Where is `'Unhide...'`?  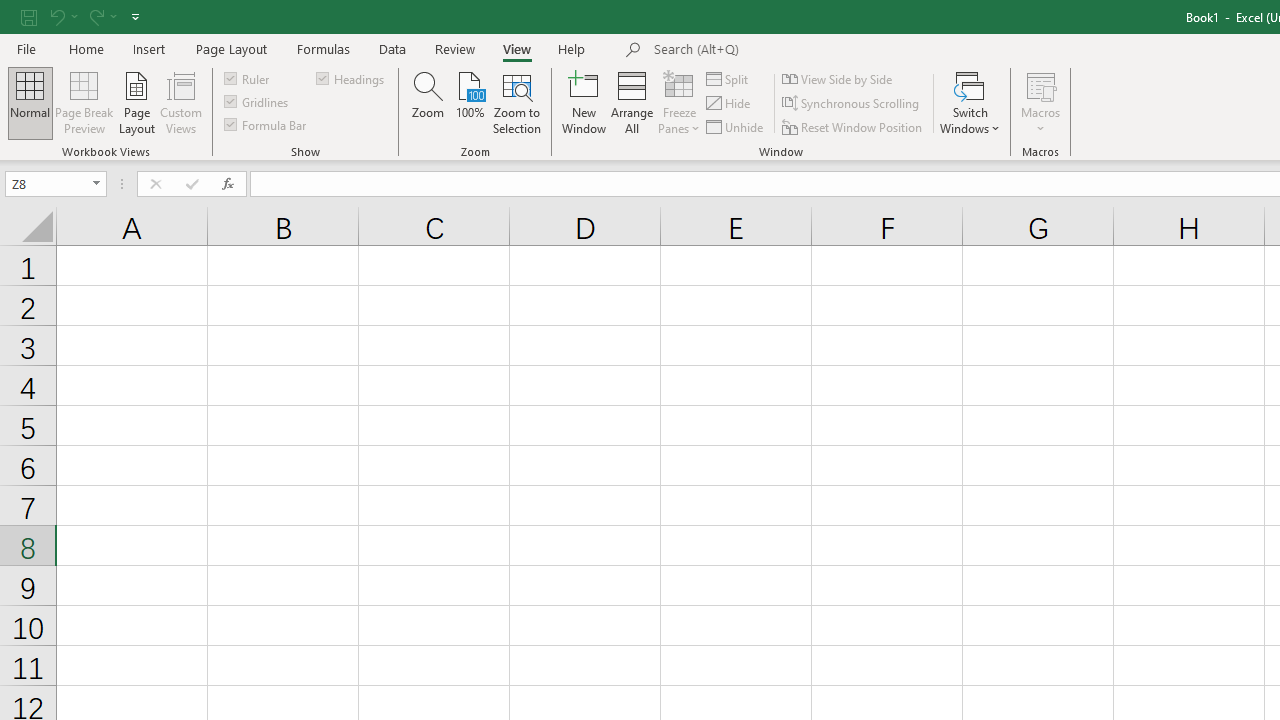
'Unhide...' is located at coordinates (735, 127).